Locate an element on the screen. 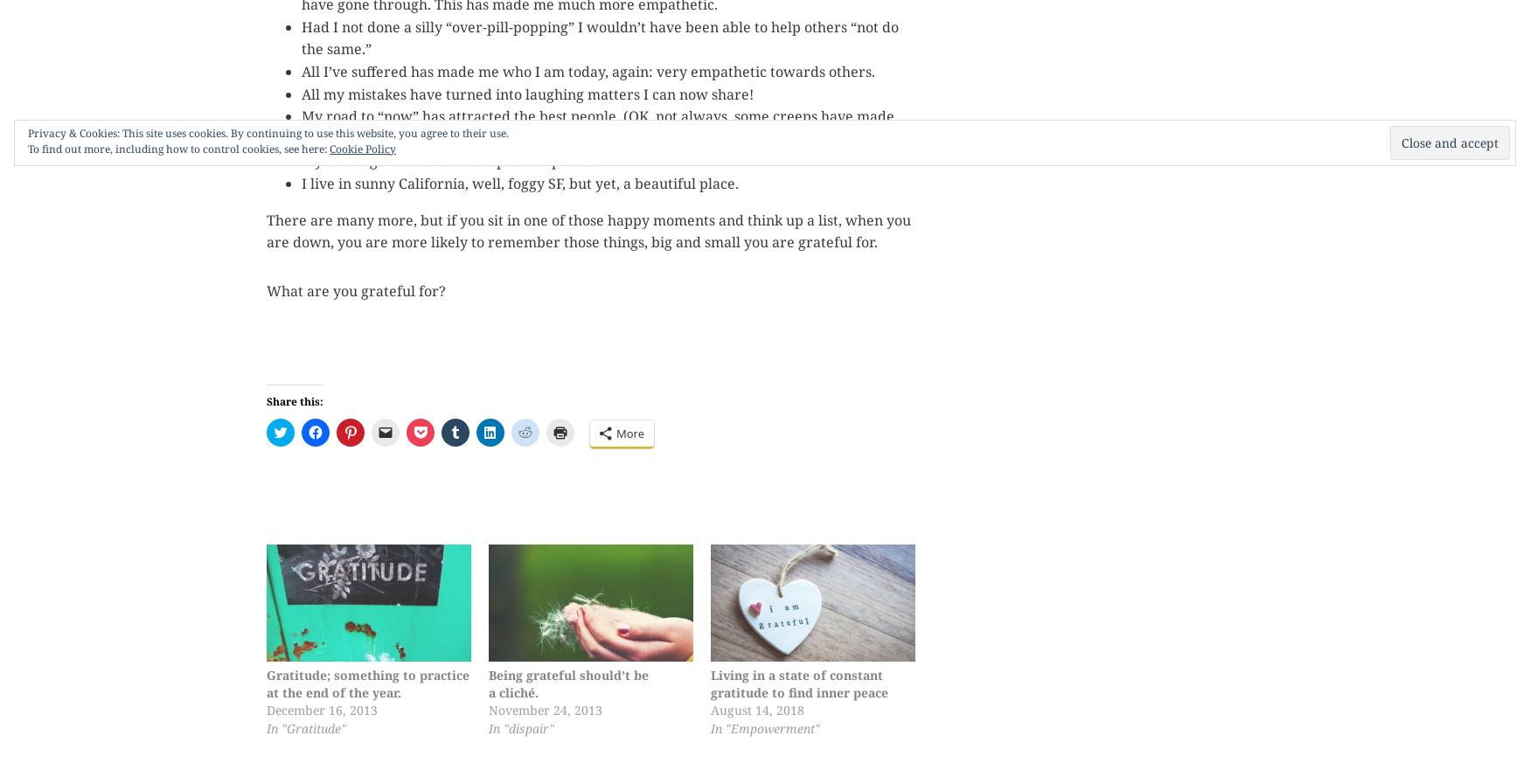 The height and width of the screenshot is (784, 1530). 'What are you grateful for?' is located at coordinates (355, 288).